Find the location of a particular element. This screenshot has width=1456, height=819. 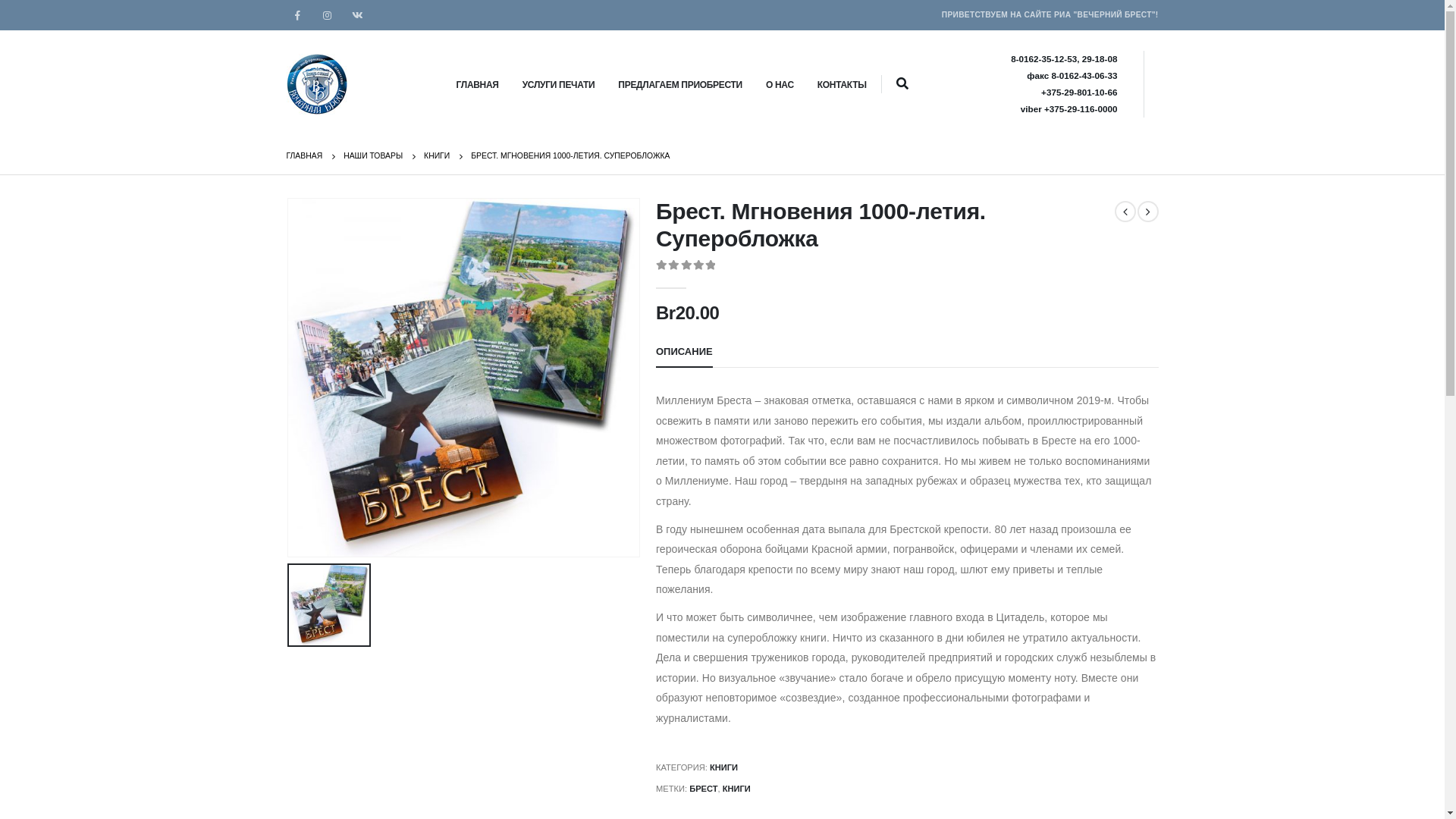

'Instagram' is located at coordinates (326, 14).